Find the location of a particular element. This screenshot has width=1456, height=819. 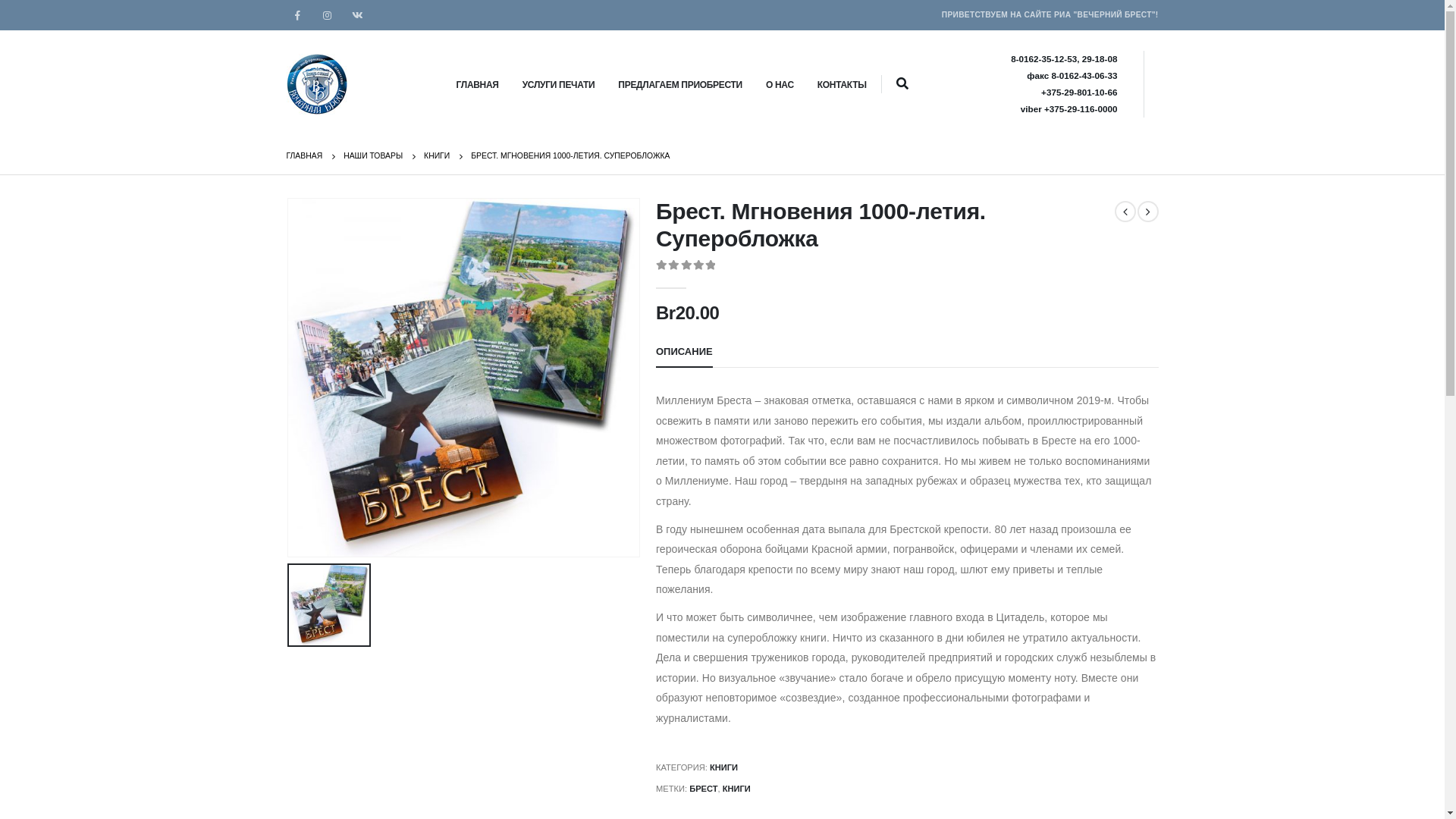

'Instagram' is located at coordinates (326, 14).